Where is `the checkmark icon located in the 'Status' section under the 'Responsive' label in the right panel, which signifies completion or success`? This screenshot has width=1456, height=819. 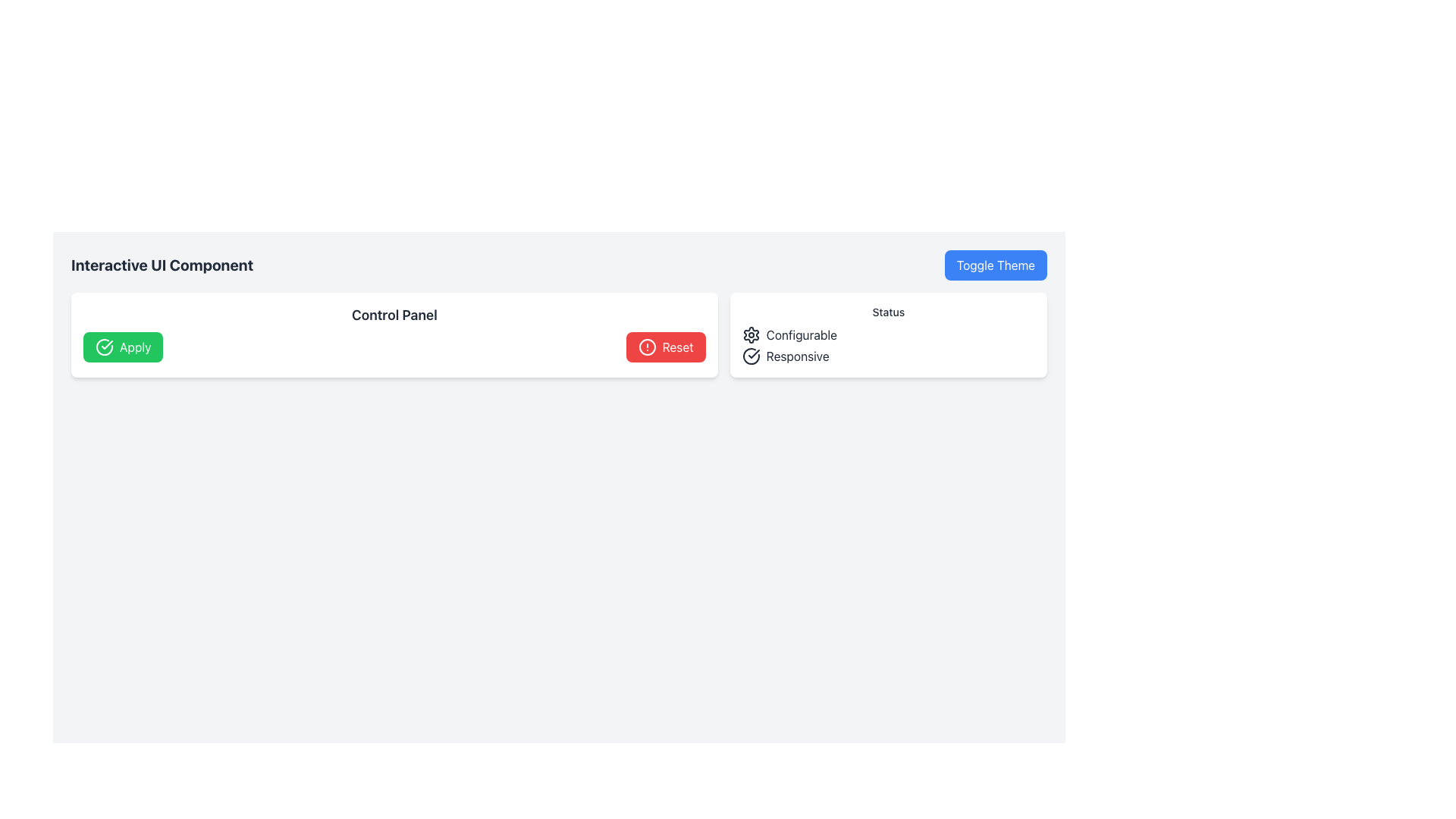 the checkmark icon located in the 'Status' section under the 'Responsive' label in the right panel, which signifies completion or success is located at coordinates (754, 353).